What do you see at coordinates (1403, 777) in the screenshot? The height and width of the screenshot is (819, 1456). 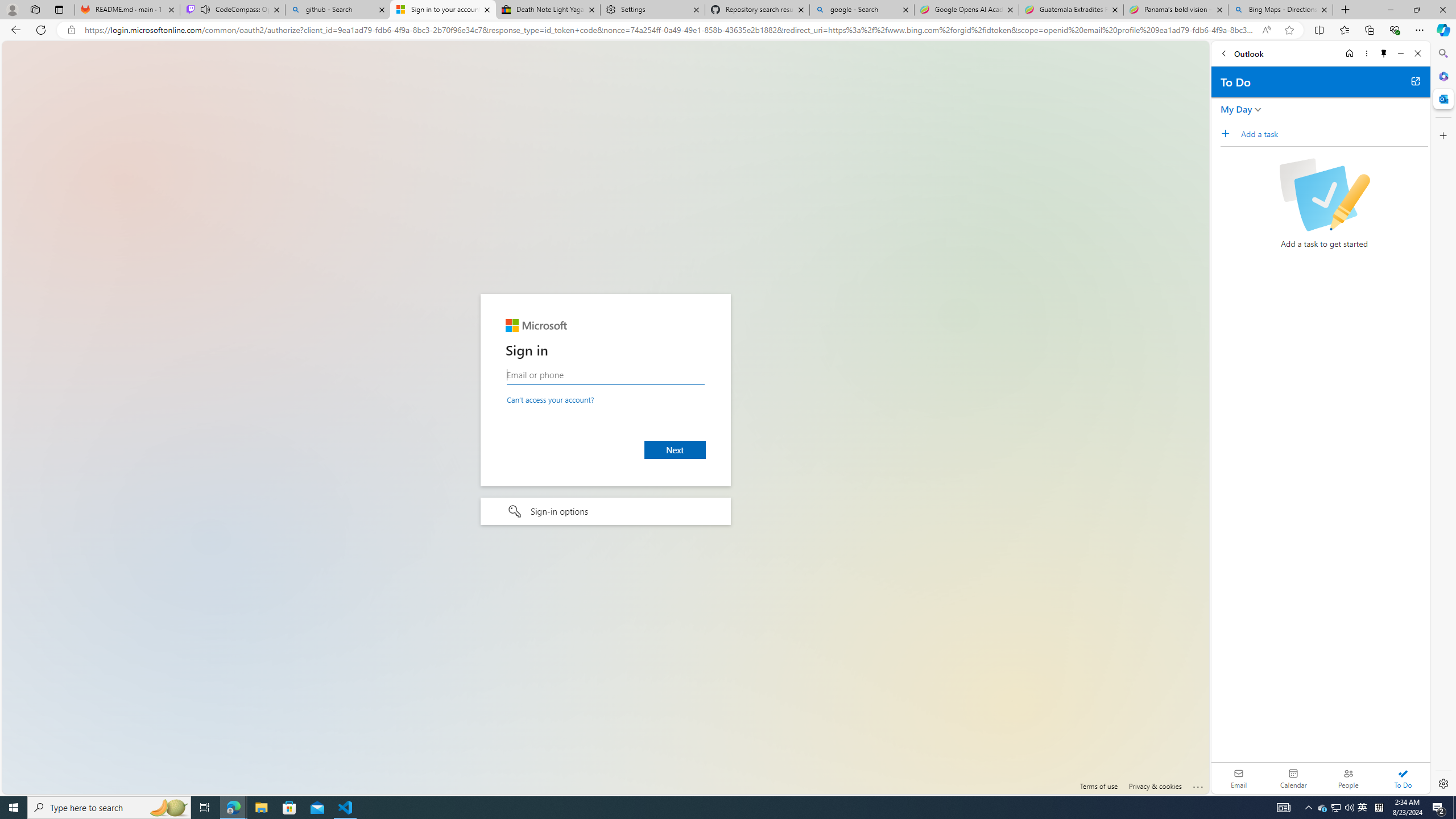 I see `'To Do'` at bounding box center [1403, 777].